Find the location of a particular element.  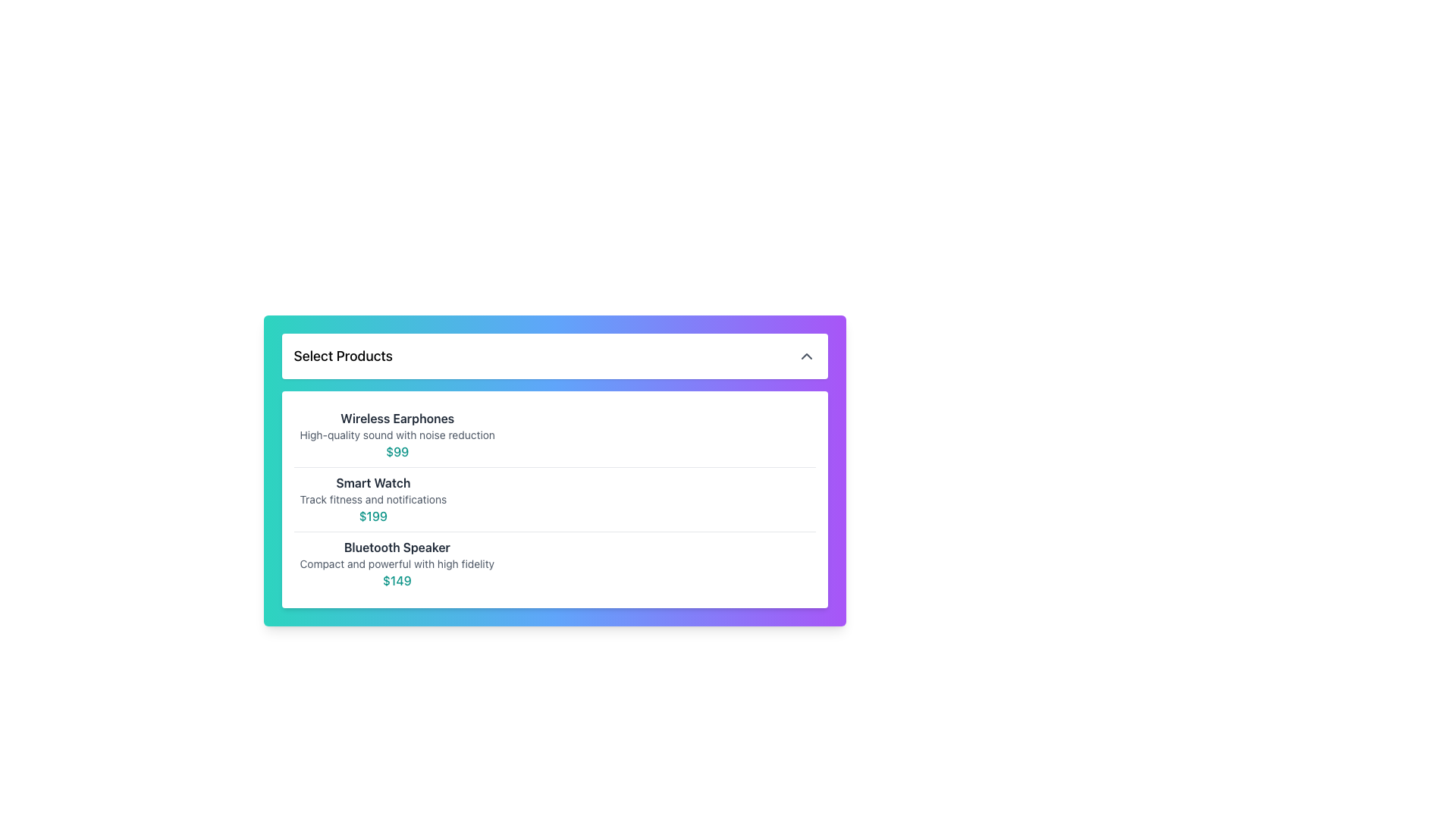

the first product entry for 'Wireless Earphones' in the 'Select Products' list is located at coordinates (554, 435).